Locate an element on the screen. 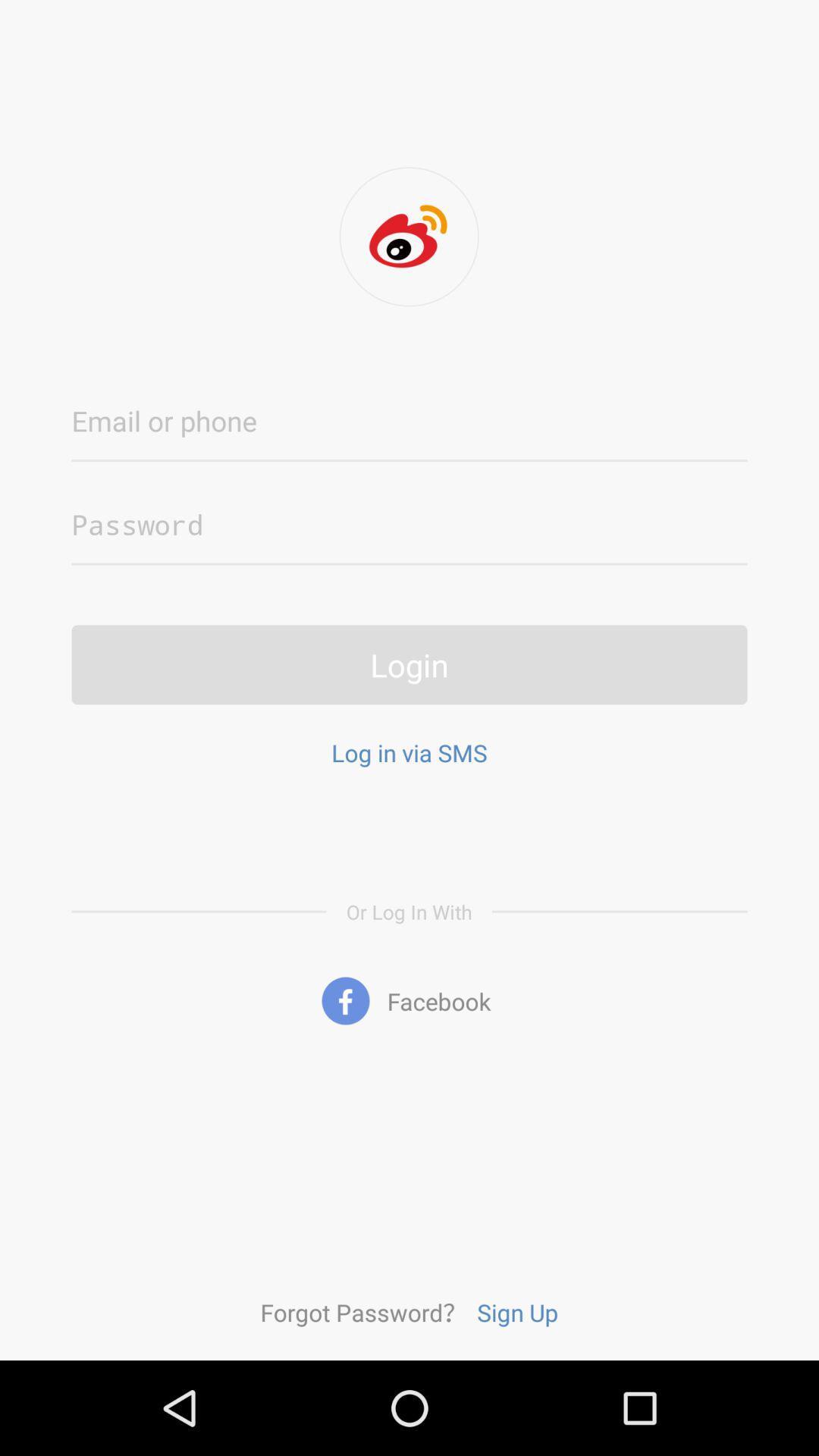 The image size is (819, 1456). icon below or log in is located at coordinates (409, 1001).